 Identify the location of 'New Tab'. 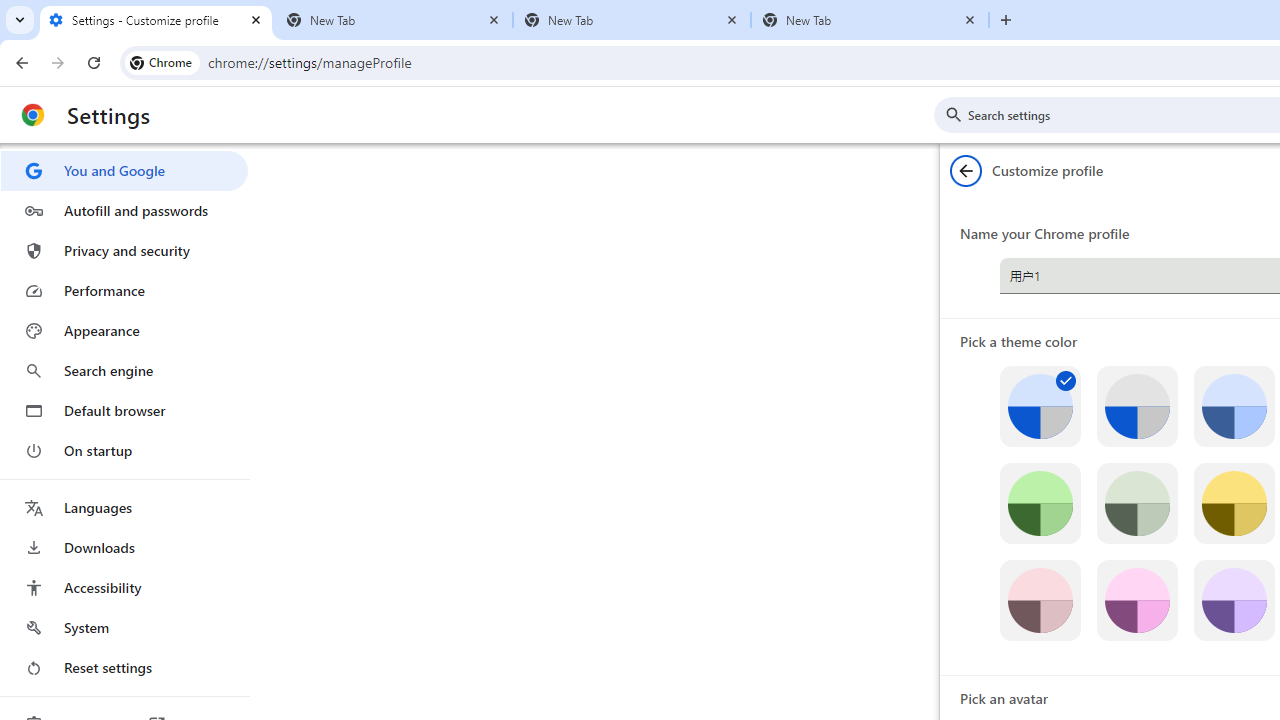
(870, 20).